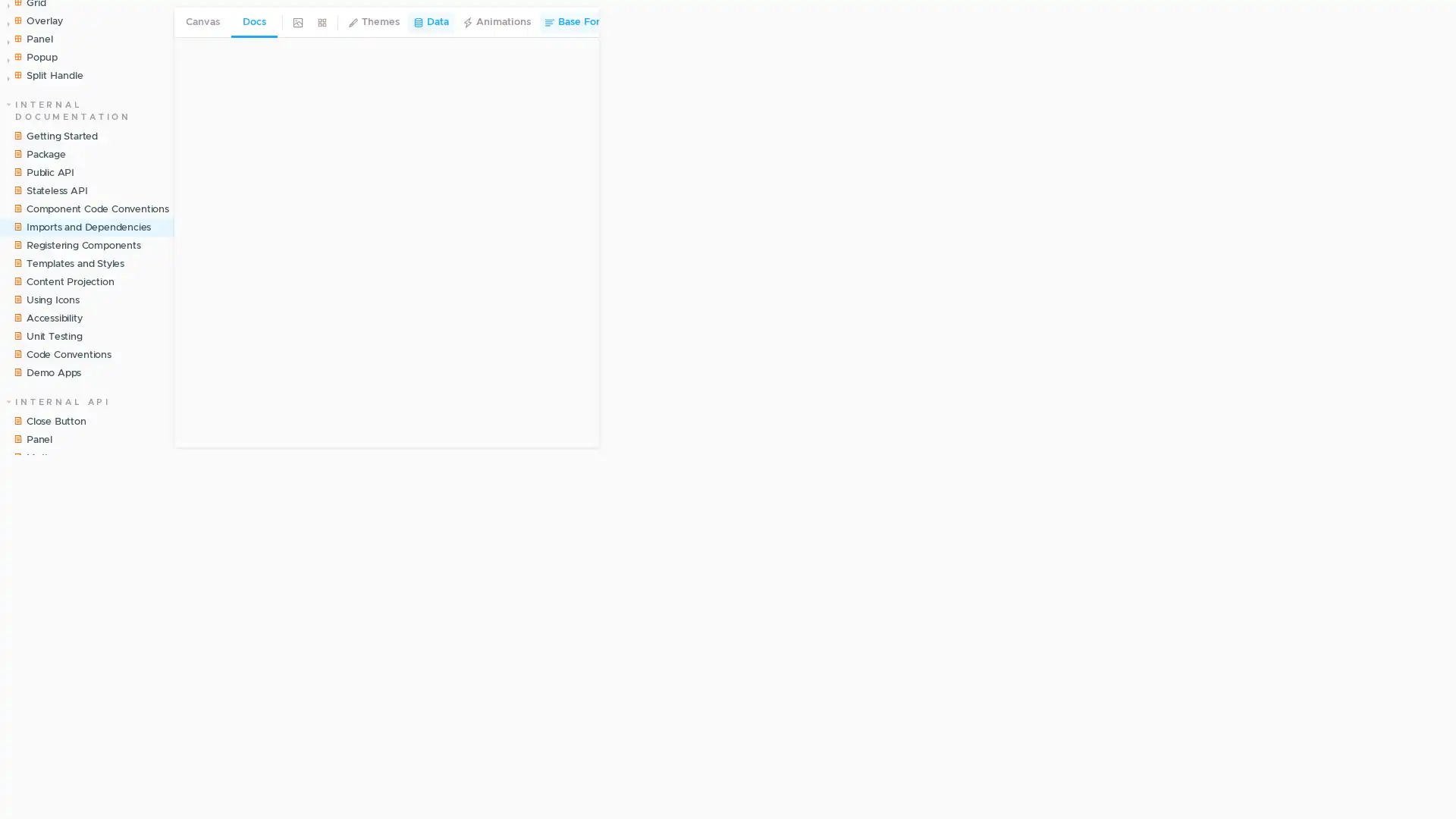 This screenshot has width=1456, height=819. What do you see at coordinates (430, 23) in the screenshot?
I see `Data` at bounding box center [430, 23].